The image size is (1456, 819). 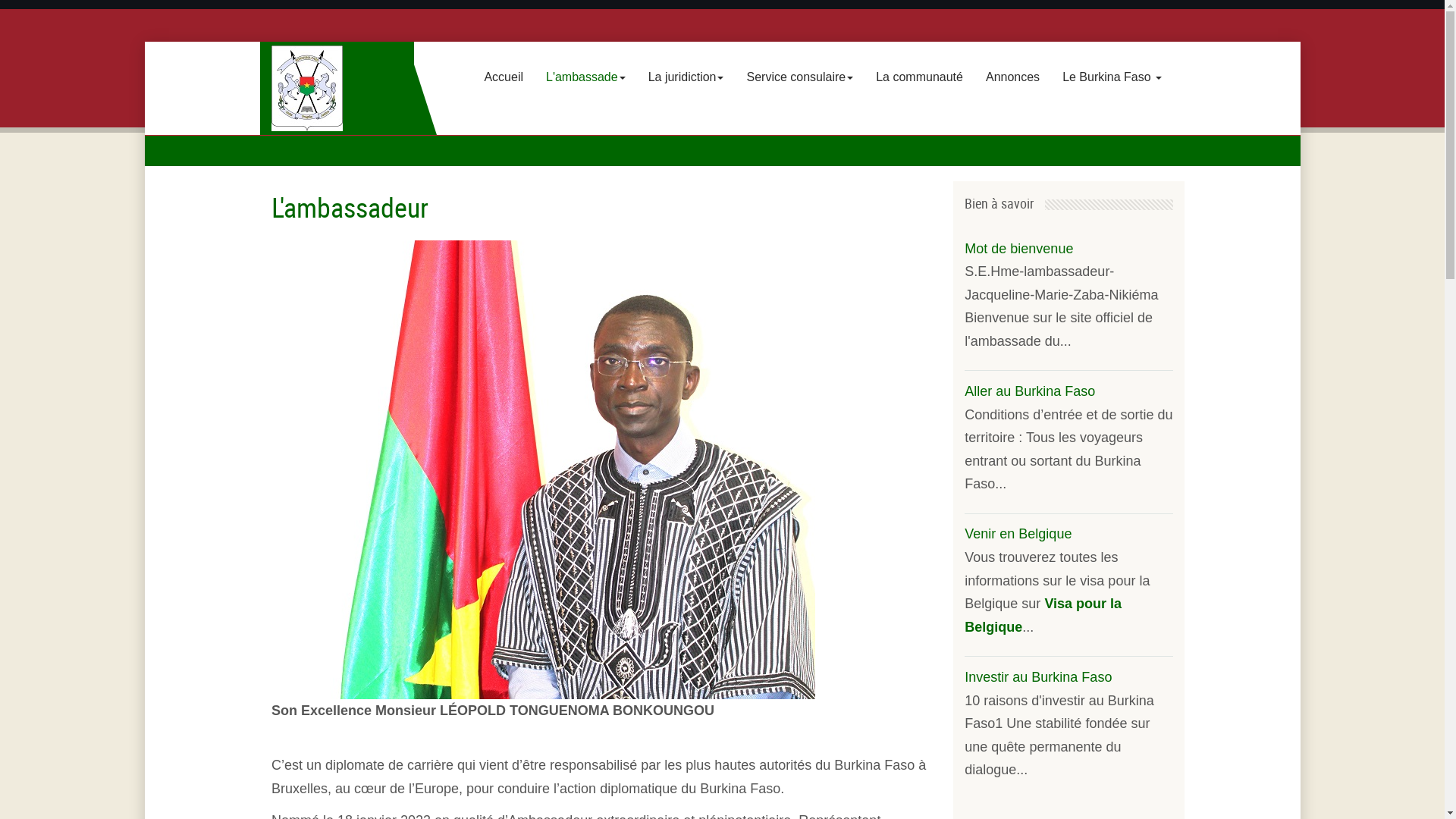 What do you see at coordinates (1018, 533) in the screenshot?
I see `'Venir en Belgique'` at bounding box center [1018, 533].